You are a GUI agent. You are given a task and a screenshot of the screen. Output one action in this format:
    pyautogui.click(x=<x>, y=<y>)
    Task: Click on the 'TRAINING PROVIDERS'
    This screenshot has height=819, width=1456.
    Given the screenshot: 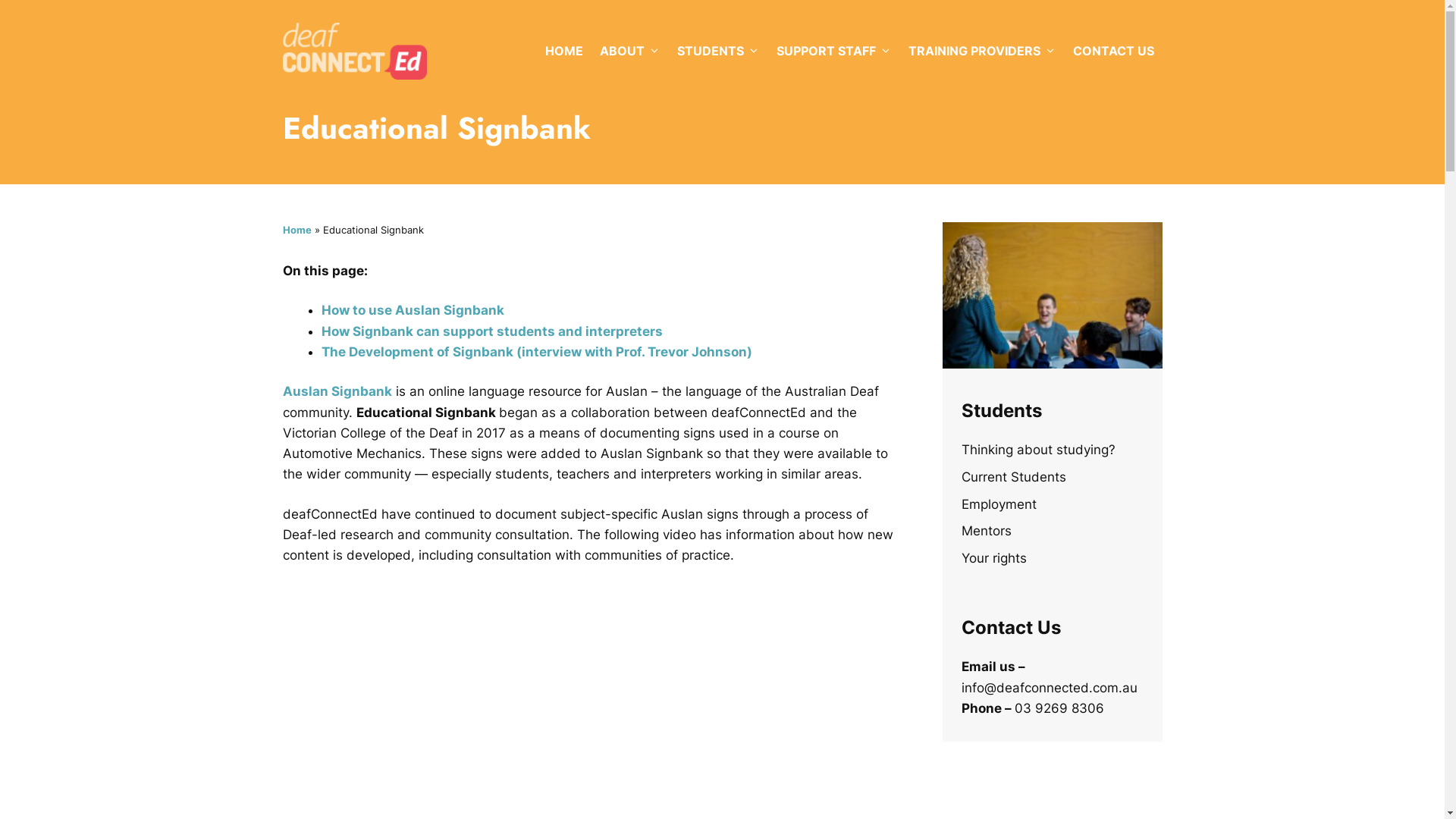 What is the action you would take?
    pyautogui.click(x=899, y=49)
    